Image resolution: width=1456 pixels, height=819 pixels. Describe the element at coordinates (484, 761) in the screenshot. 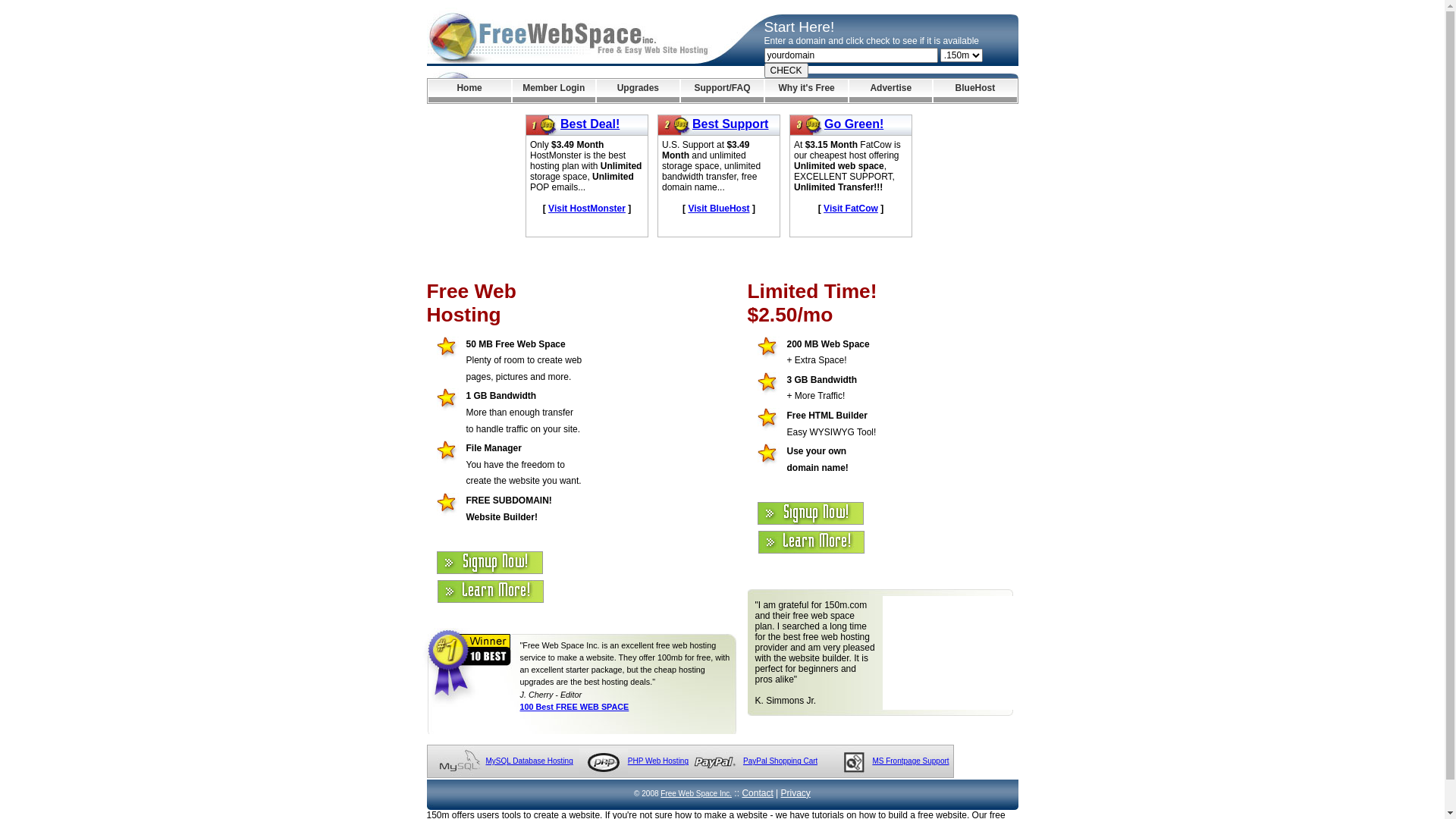

I see `'MySQL Database Hosting'` at that location.